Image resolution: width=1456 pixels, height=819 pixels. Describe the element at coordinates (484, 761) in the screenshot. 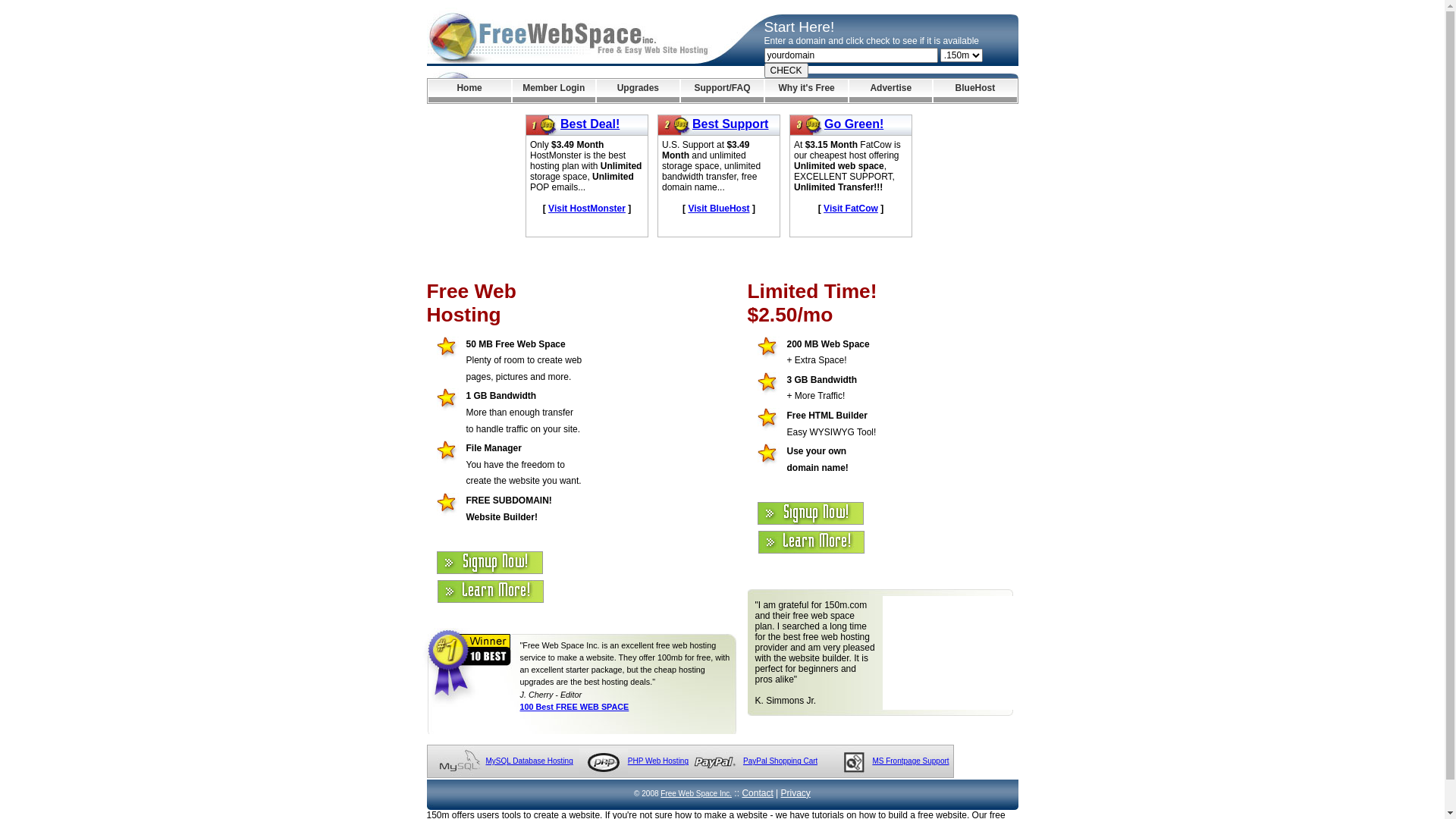

I see `'MySQL Database Hosting'` at that location.